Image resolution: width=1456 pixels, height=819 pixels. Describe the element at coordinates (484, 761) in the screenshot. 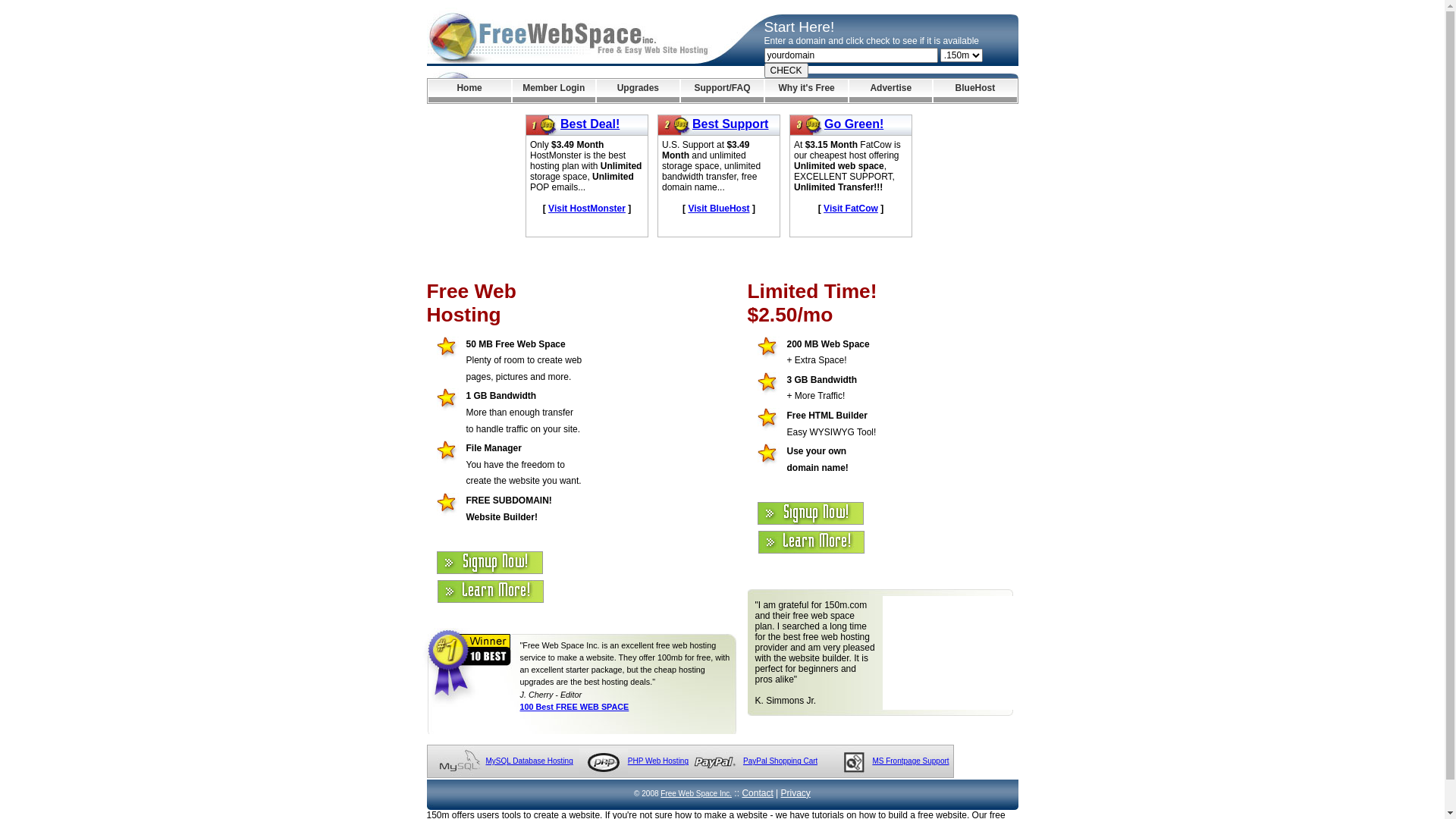

I see `'MySQL Database Hosting'` at that location.